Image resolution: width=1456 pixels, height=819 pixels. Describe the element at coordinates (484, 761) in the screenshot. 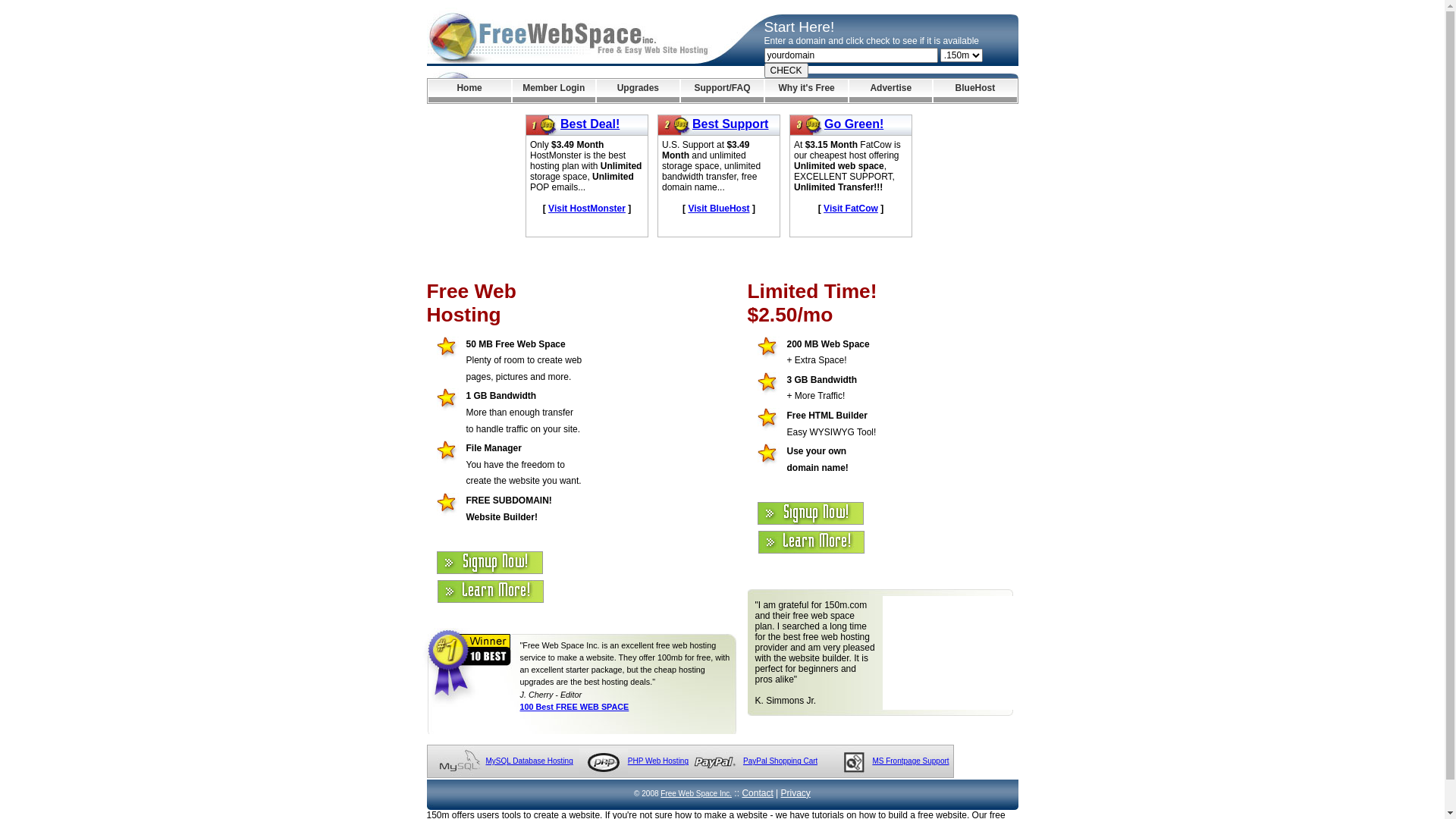

I see `'MySQL Database Hosting'` at that location.